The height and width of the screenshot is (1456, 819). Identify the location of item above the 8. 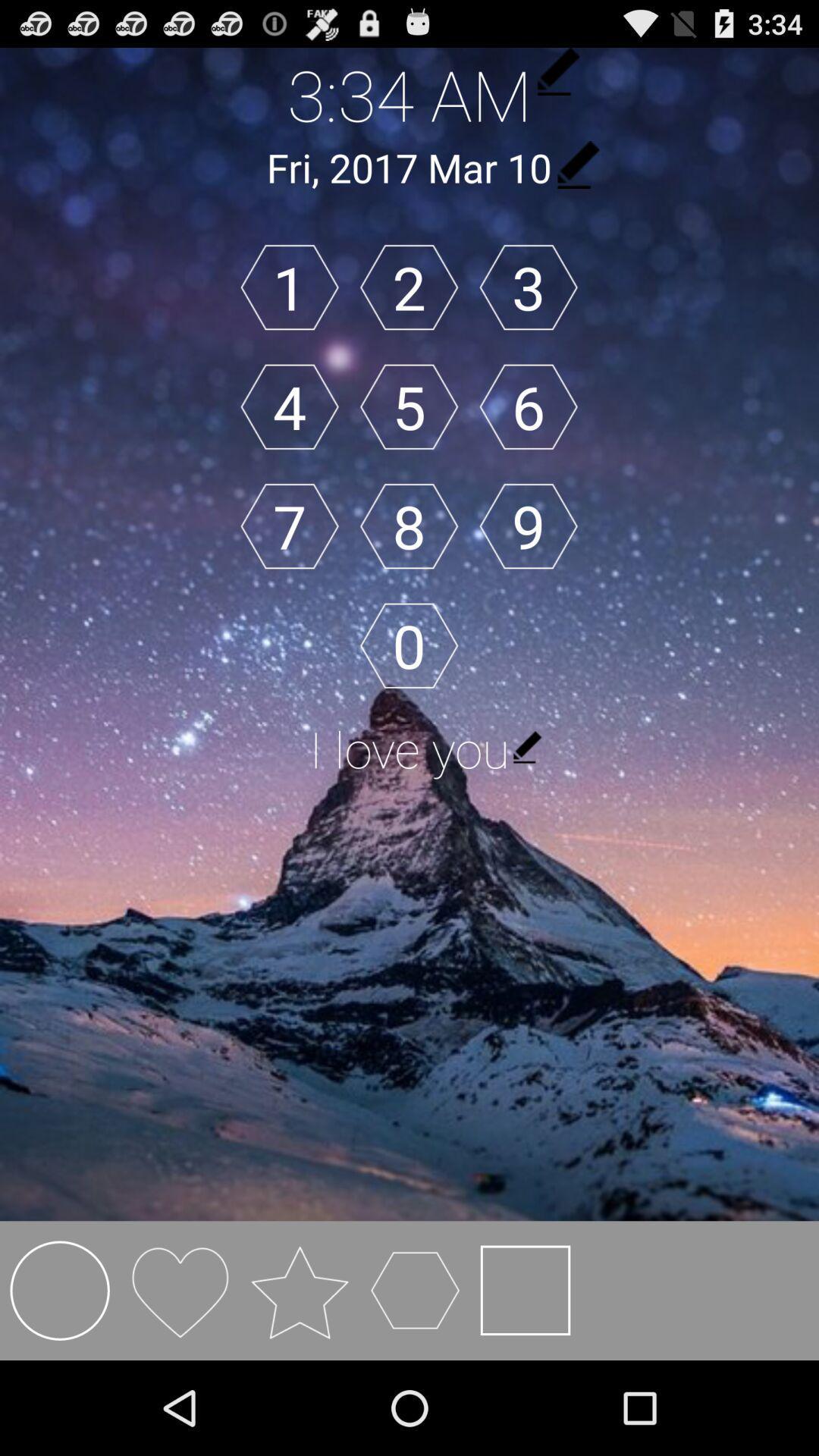
(408, 406).